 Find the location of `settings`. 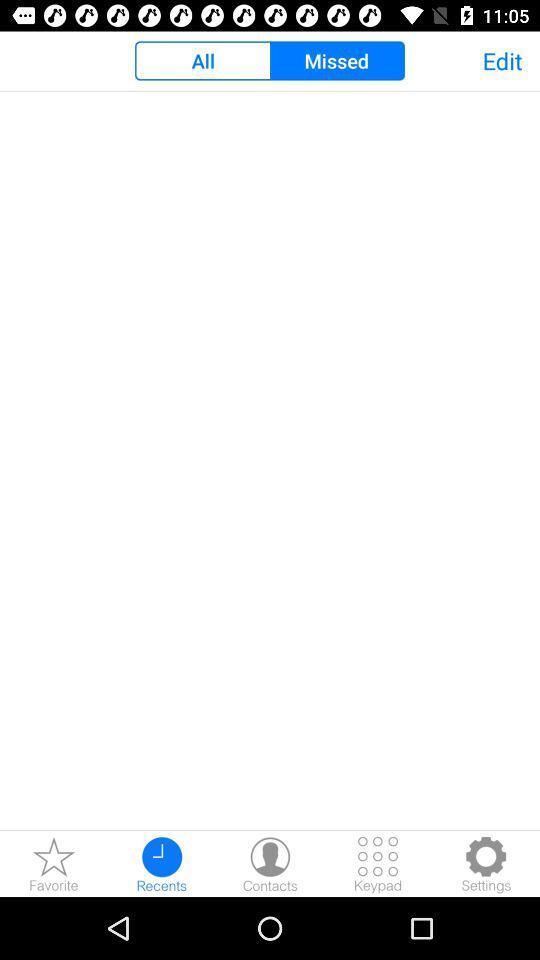

settings is located at coordinates (485, 863).